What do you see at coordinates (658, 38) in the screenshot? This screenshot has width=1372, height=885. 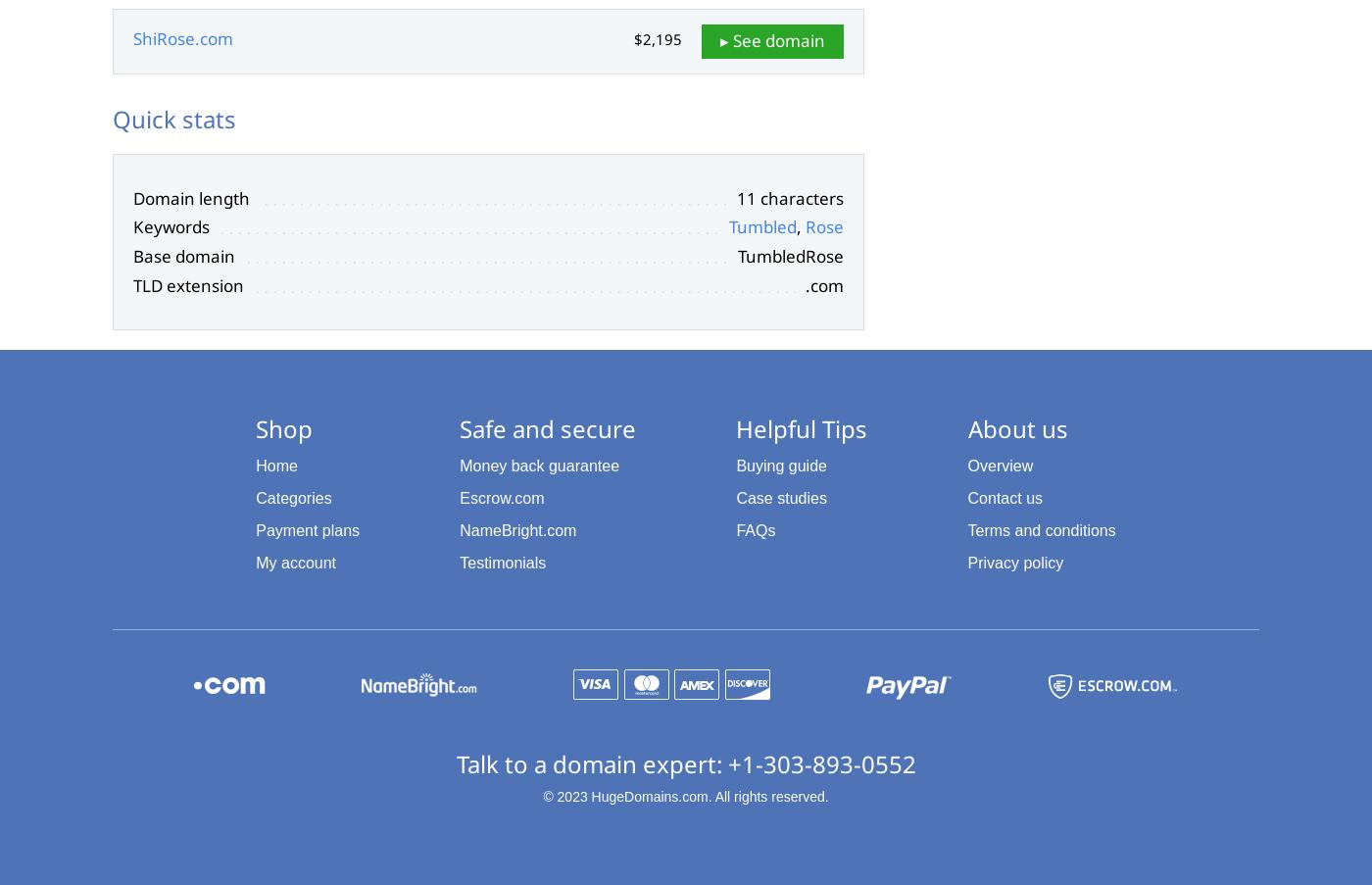 I see `'$2,195'` at bounding box center [658, 38].